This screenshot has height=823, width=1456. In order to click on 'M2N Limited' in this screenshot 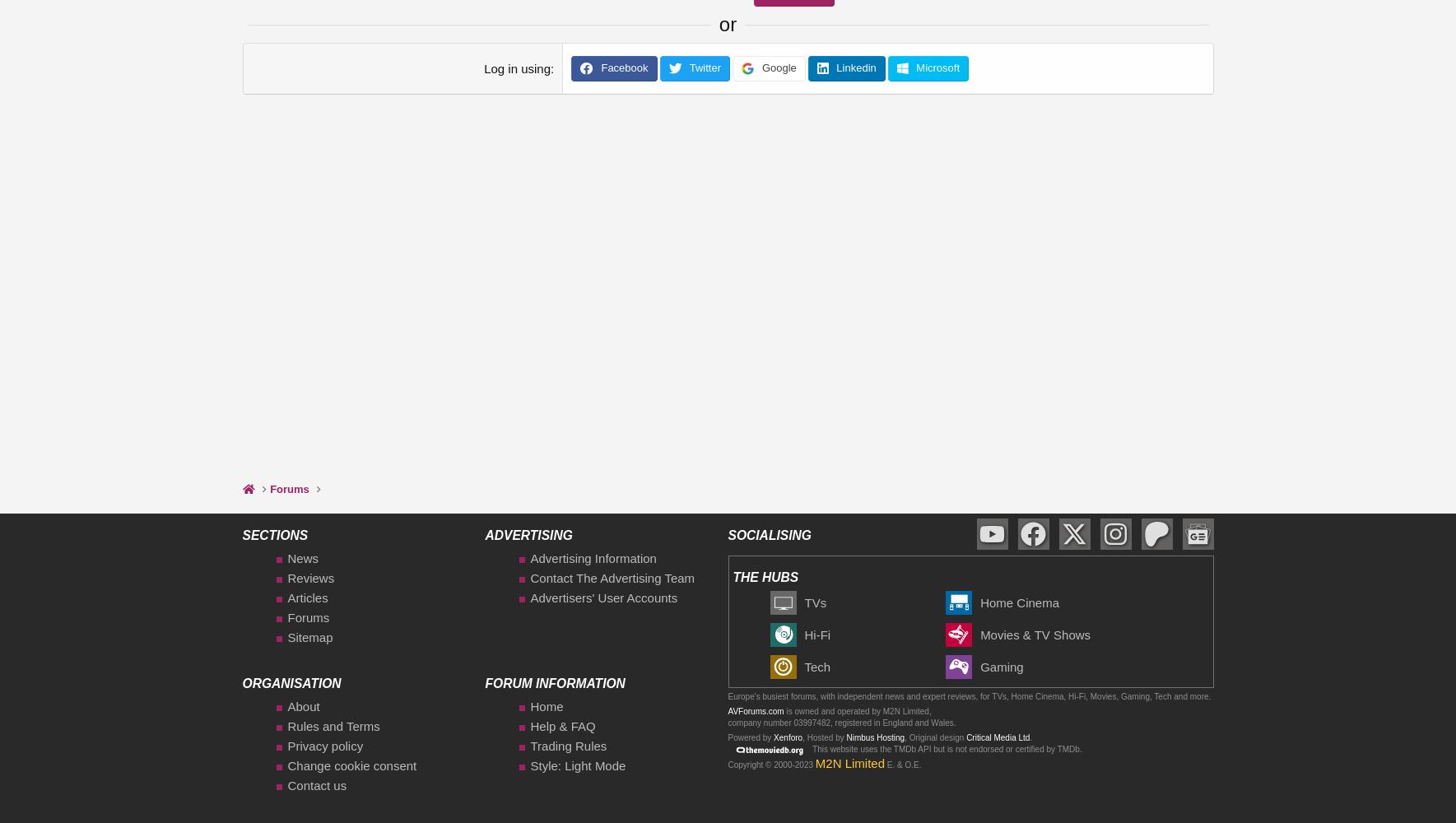, I will do `click(849, 762)`.